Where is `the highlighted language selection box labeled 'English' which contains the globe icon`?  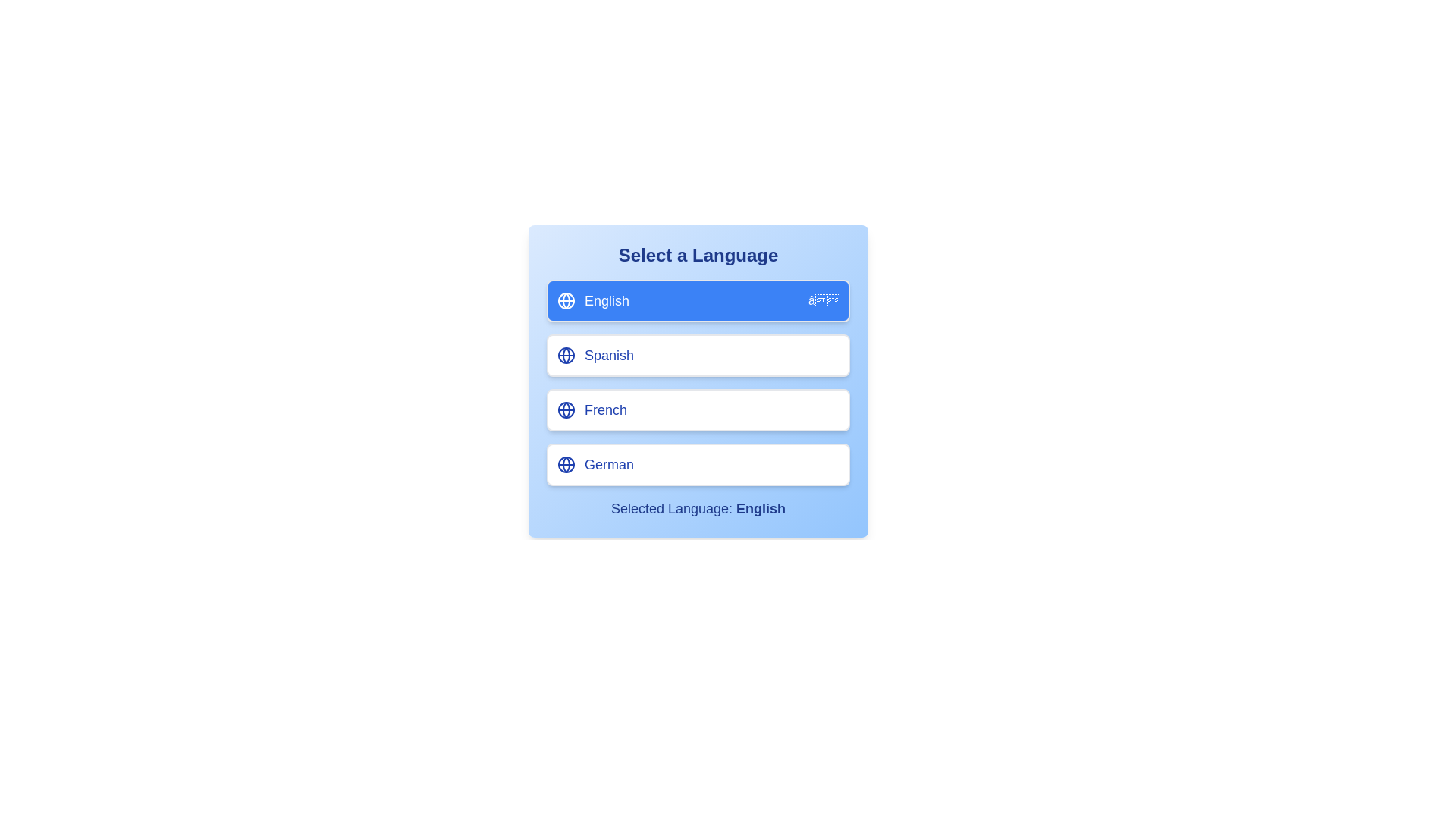
the highlighted language selection box labeled 'English' which contains the globe icon is located at coordinates (566, 301).